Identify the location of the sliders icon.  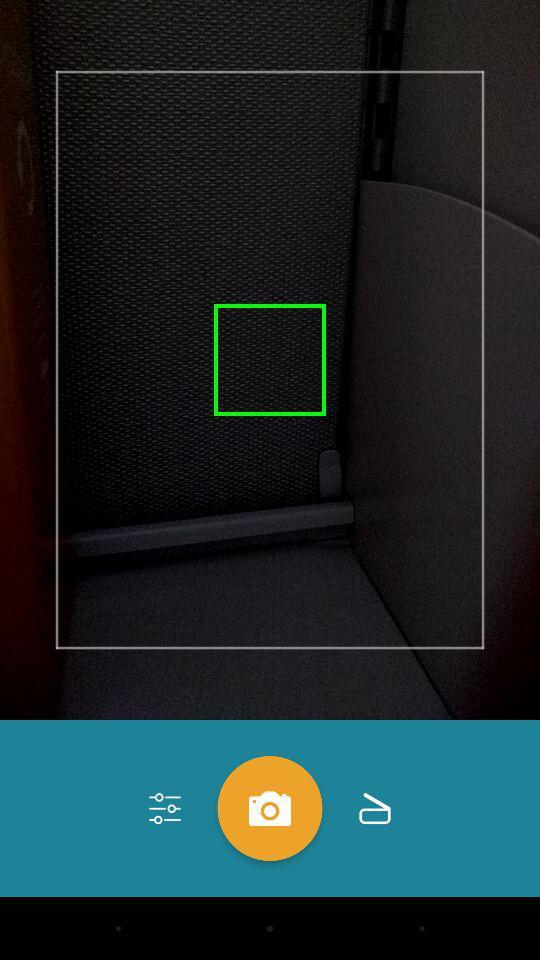
(164, 808).